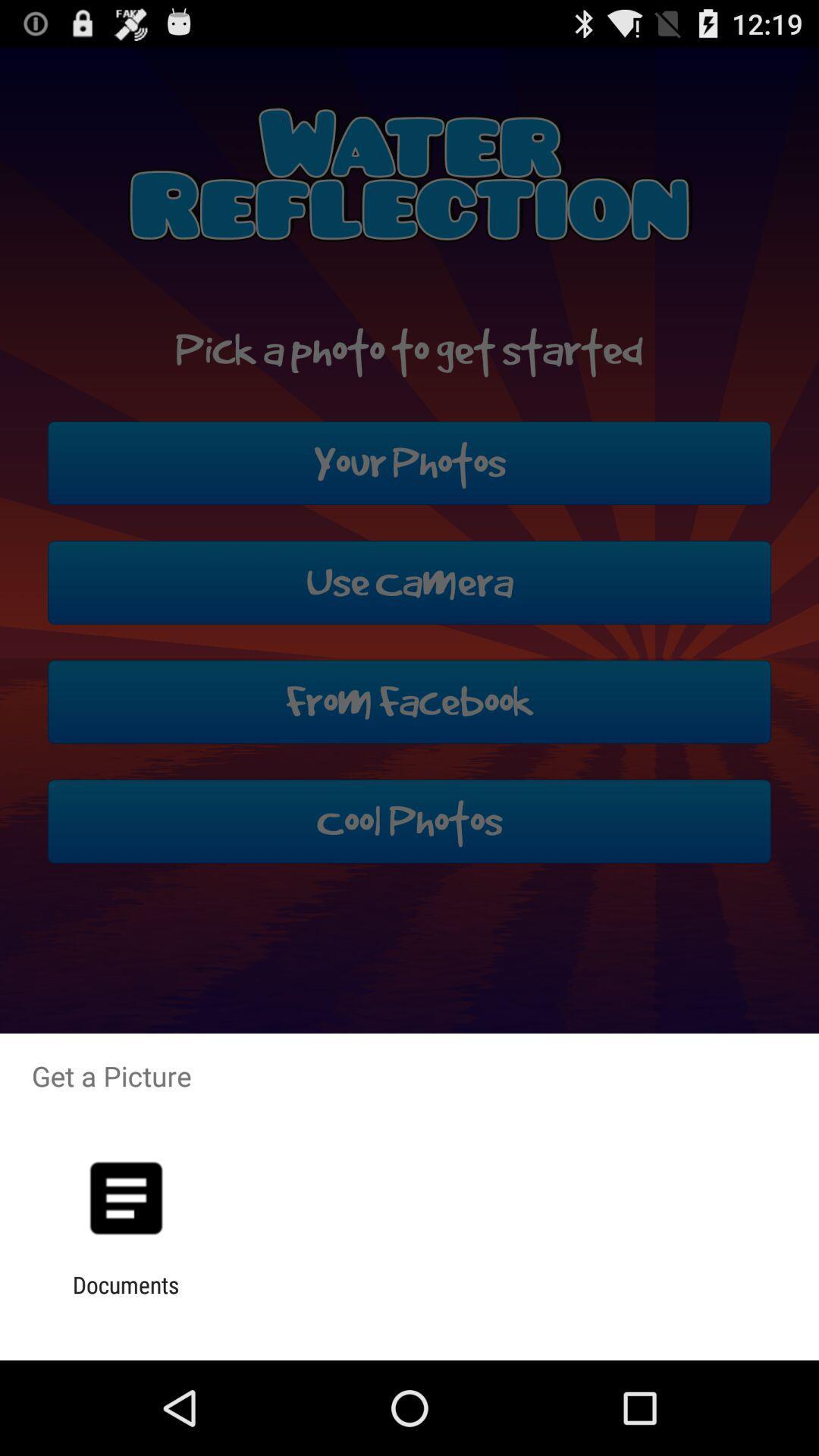 The height and width of the screenshot is (1456, 819). I want to click on documents item, so click(125, 1298).